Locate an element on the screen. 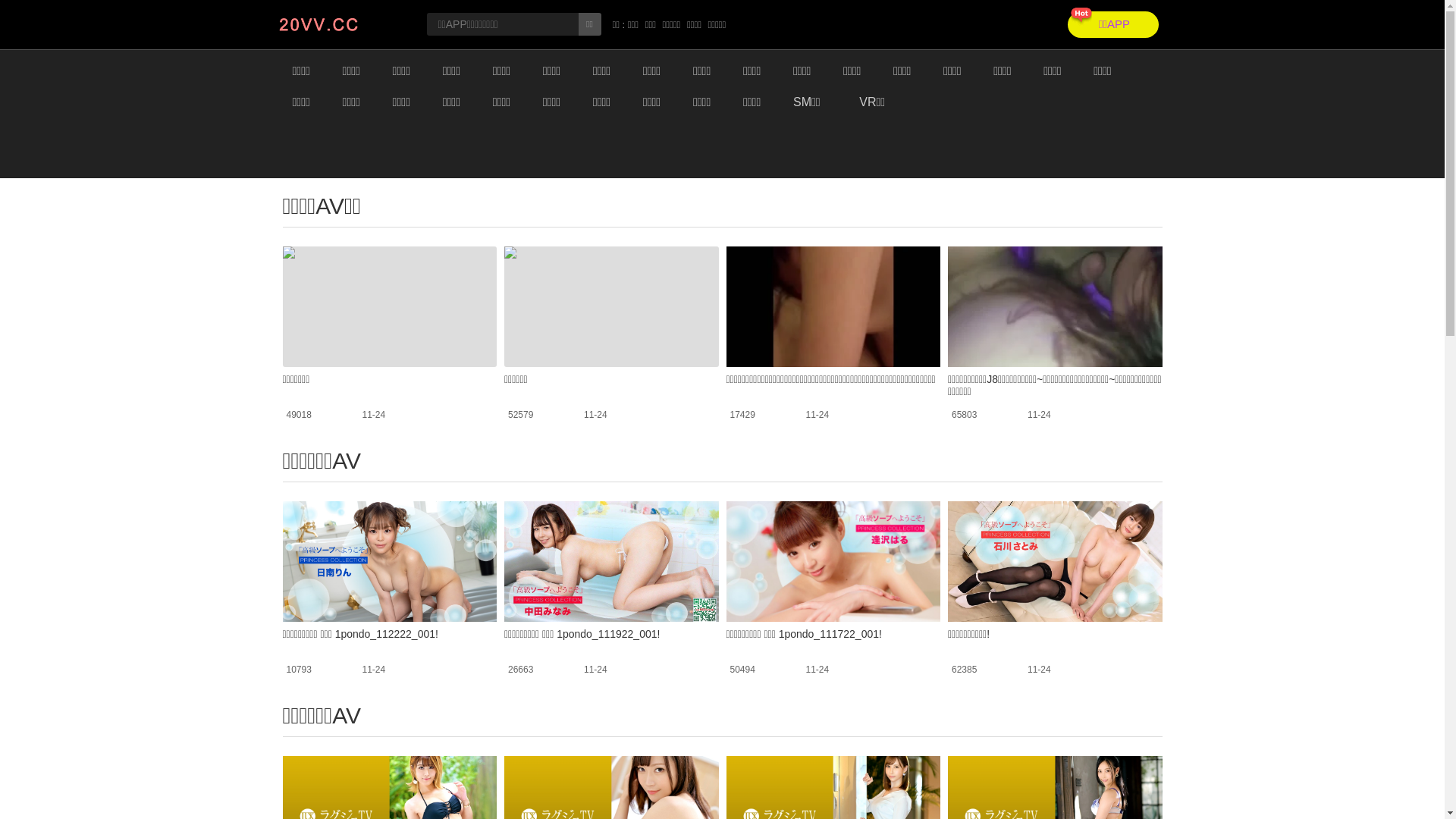  'static/images/logo.jpg' is located at coordinates (339, 24).